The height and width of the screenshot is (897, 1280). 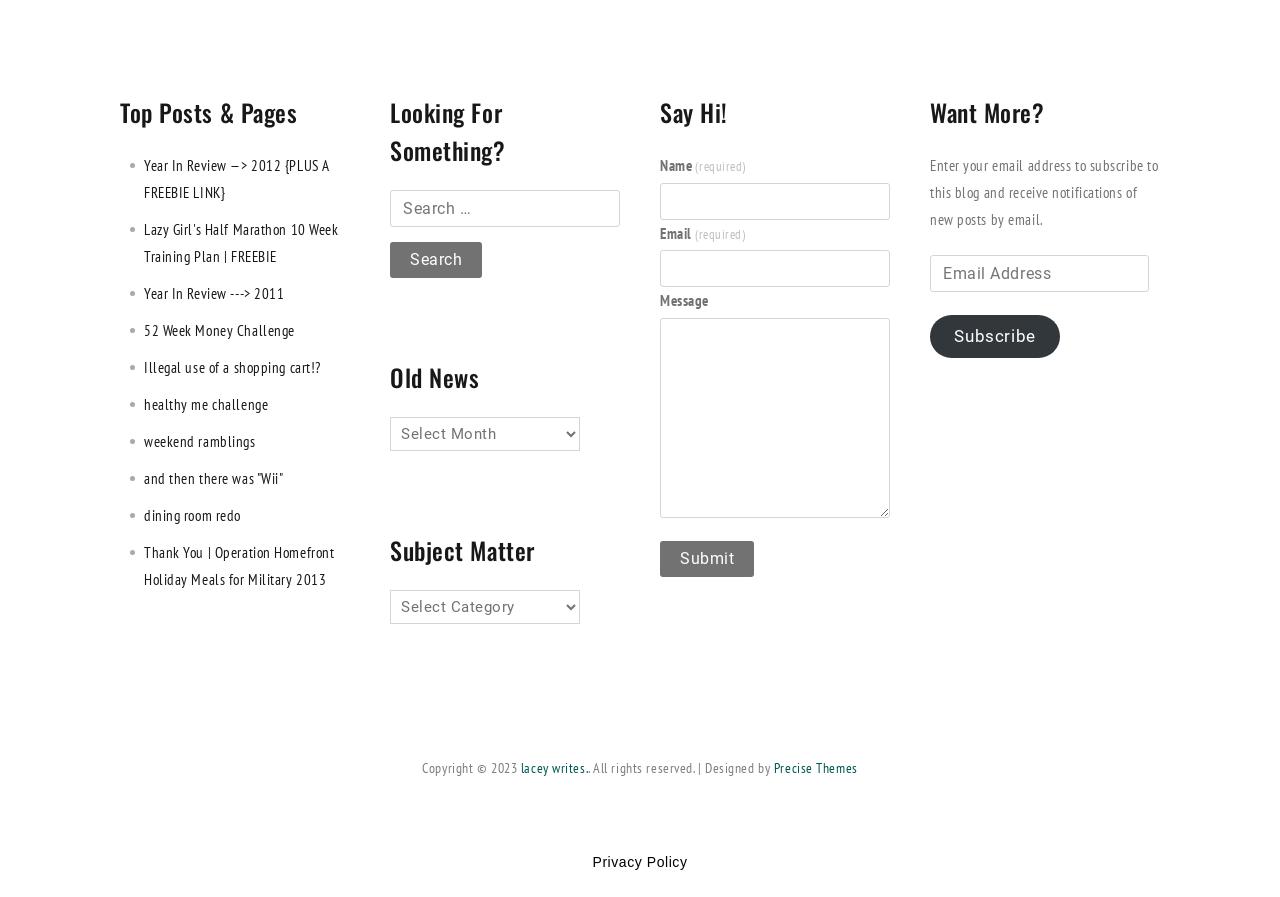 What do you see at coordinates (192, 514) in the screenshot?
I see `'dining room redo'` at bounding box center [192, 514].